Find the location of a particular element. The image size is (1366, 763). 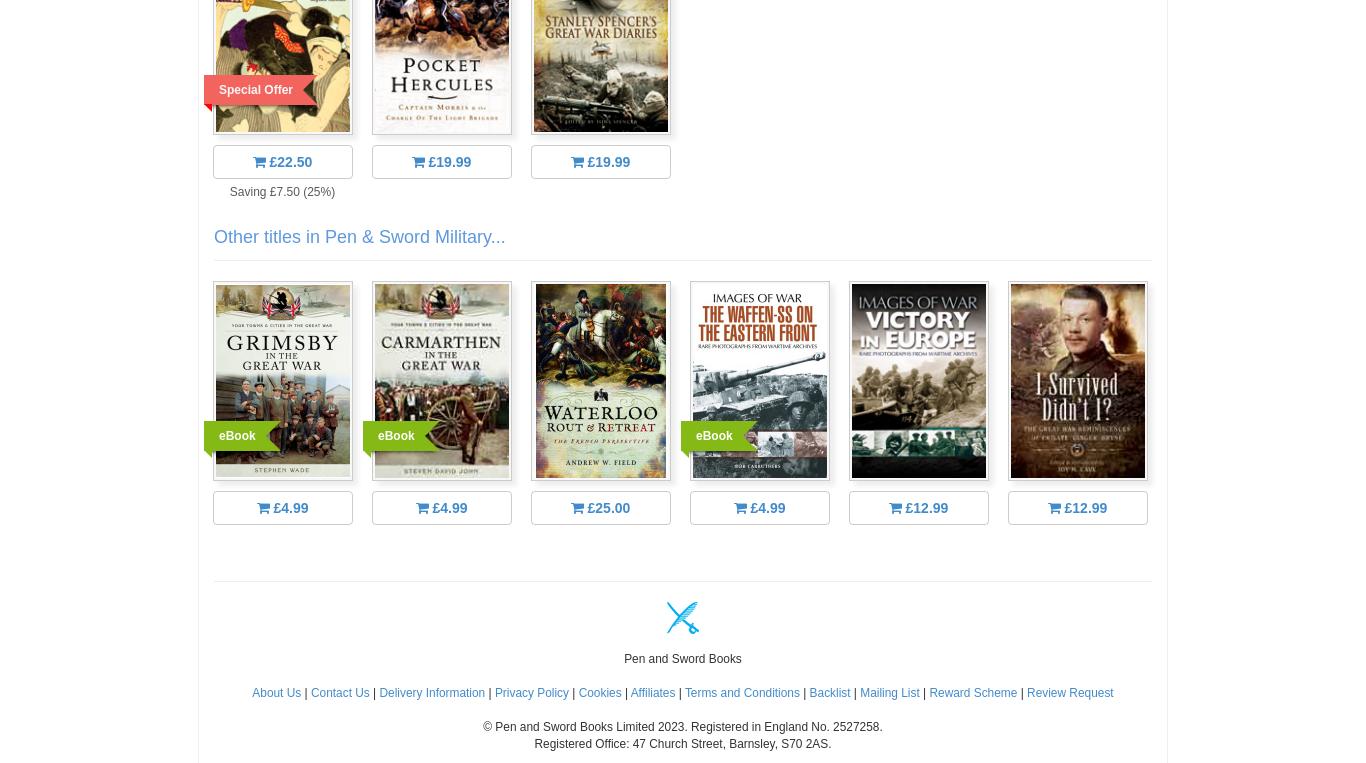

'Delivery Information' is located at coordinates (431, 692).